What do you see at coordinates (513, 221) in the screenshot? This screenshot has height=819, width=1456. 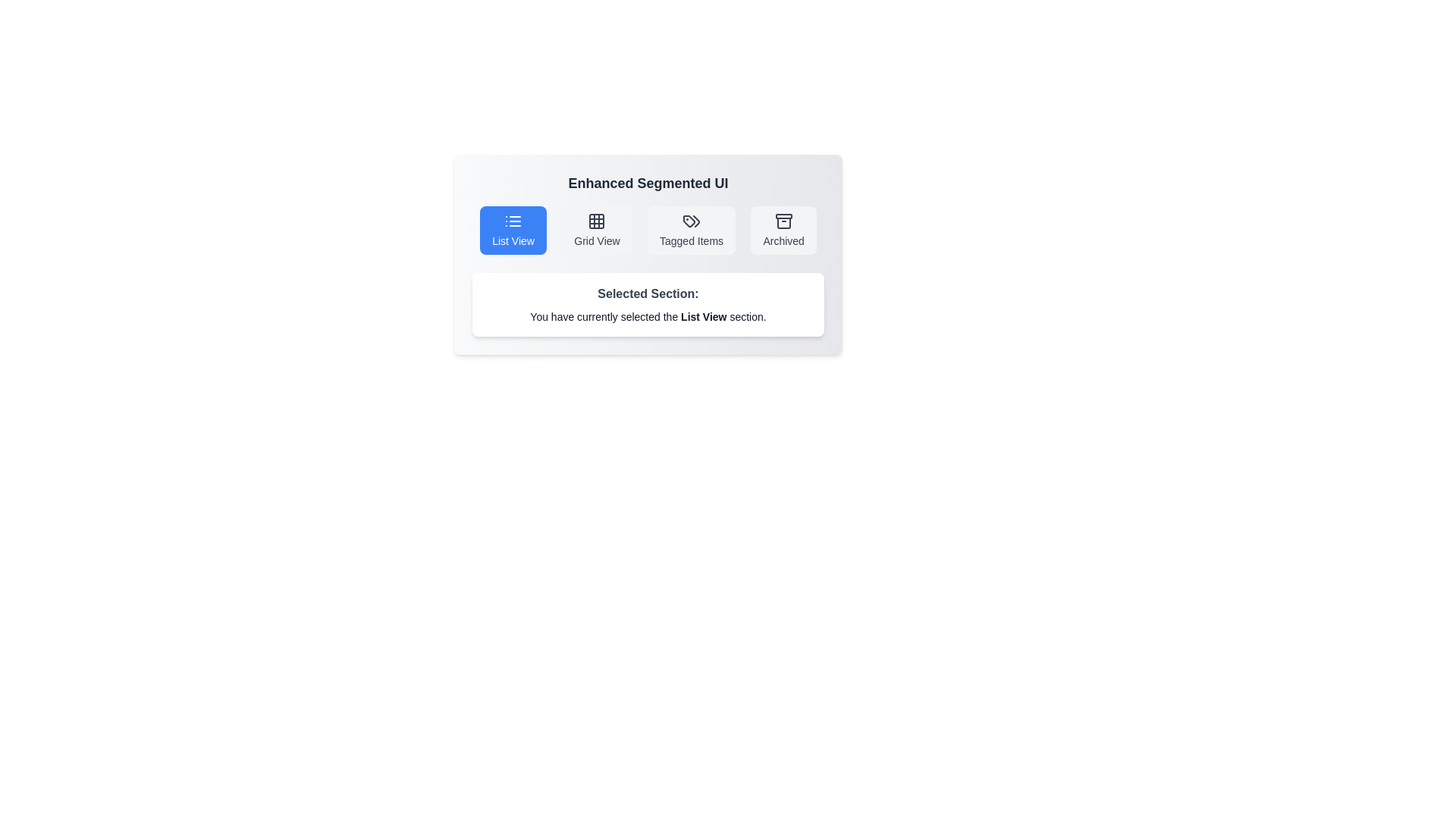 I see `the icon resembling a list layout with three vertical white lines, located above the 'List View' text in the blue-highlighted segment of the UI` at bounding box center [513, 221].